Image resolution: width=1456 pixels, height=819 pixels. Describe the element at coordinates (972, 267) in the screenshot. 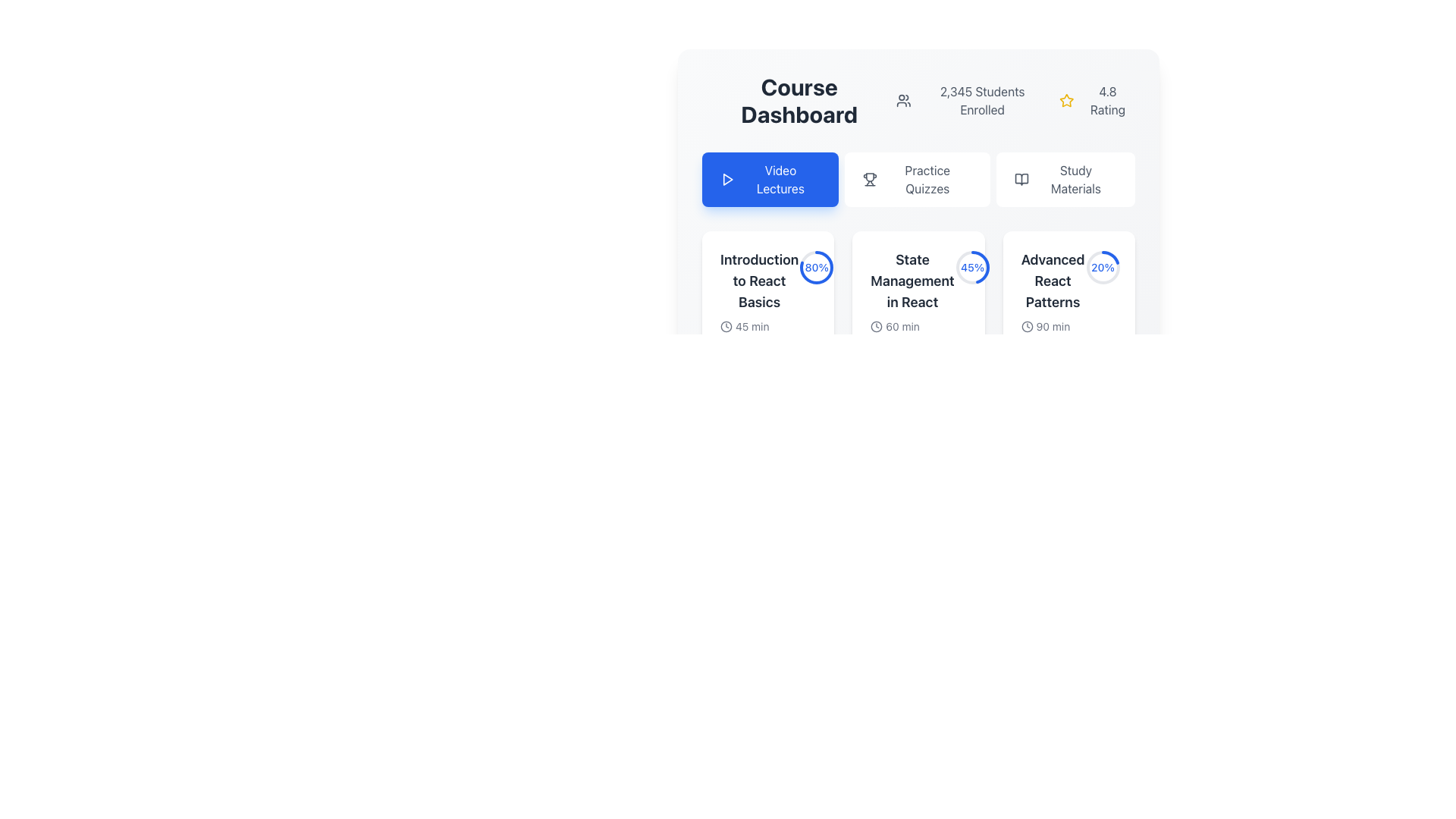

I see `the Circular progress visual indicator located at the top-right corner of the 'State Management in React' card, which visually represents progress with a partially filled gray stroke` at that location.